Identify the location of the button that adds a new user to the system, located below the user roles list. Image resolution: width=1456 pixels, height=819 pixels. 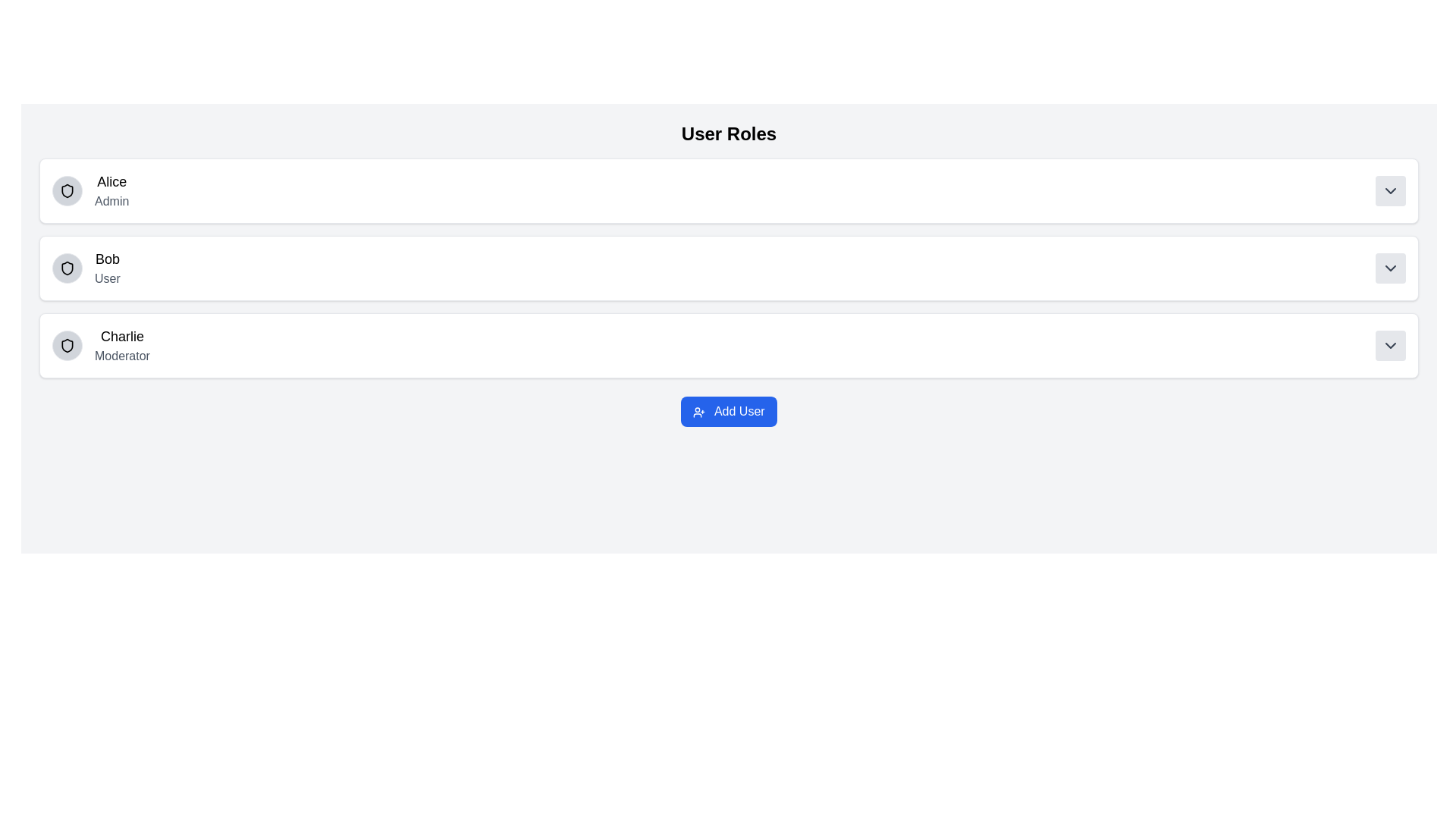
(729, 412).